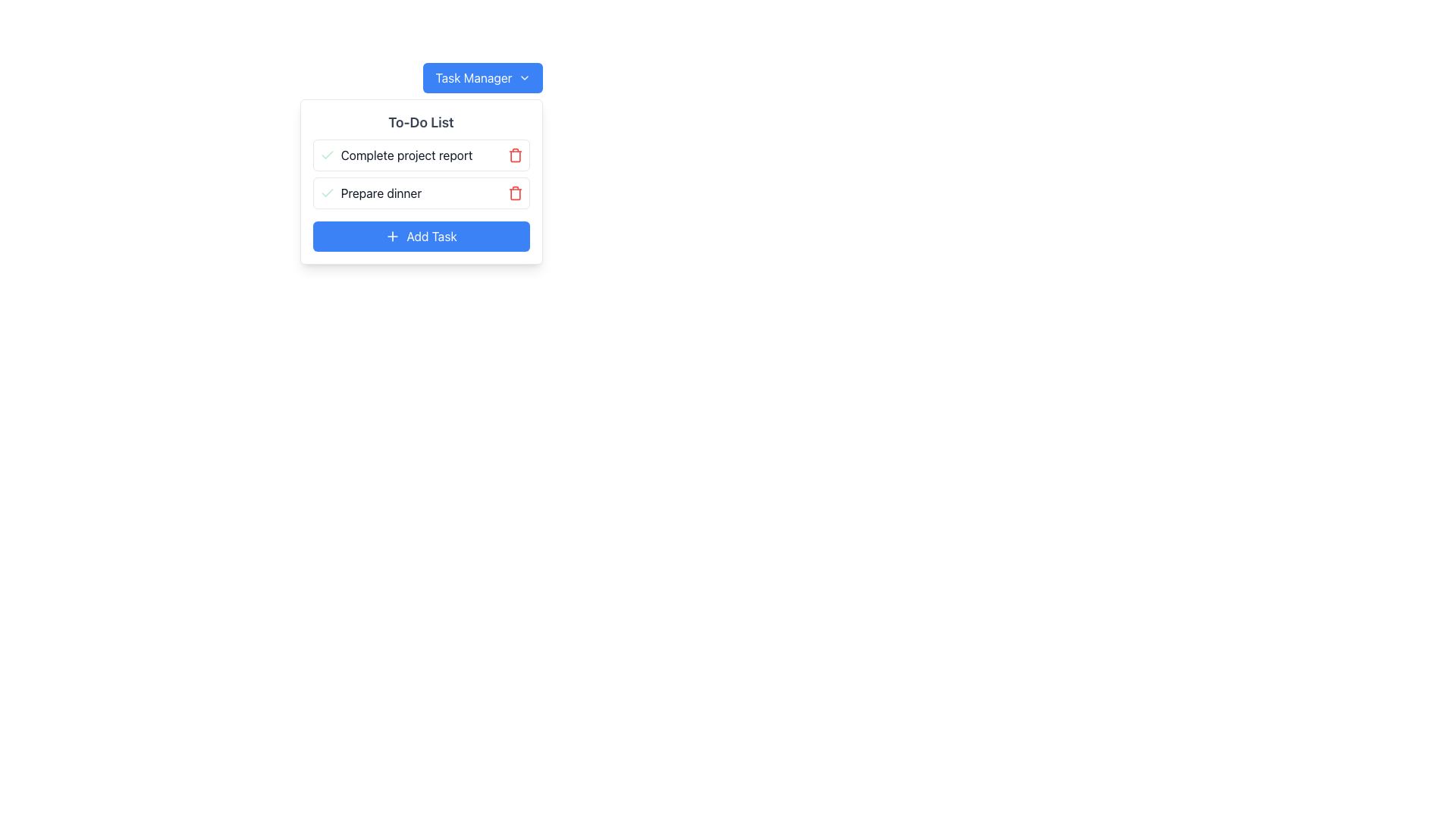 Image resolution: width=1456 pixels, height=819 pixels. Describe the element at coordinates (421, 155) in the screenshot. I see `the first List Item in the 'To-Do List' section, which contains a green checkmark and the text 'Complete project report'` at that location.